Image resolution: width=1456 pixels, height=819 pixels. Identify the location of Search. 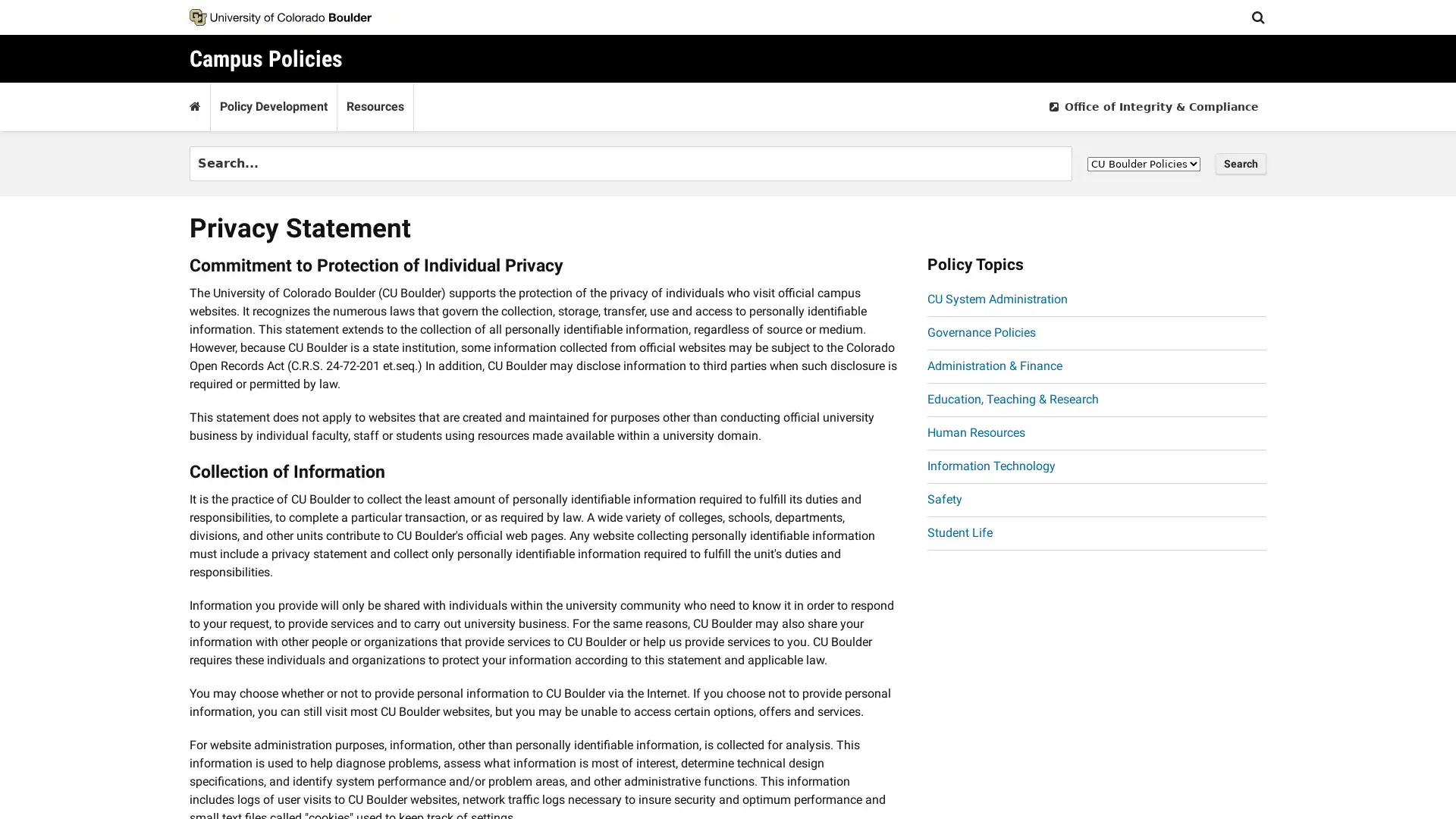
(1241, 164).